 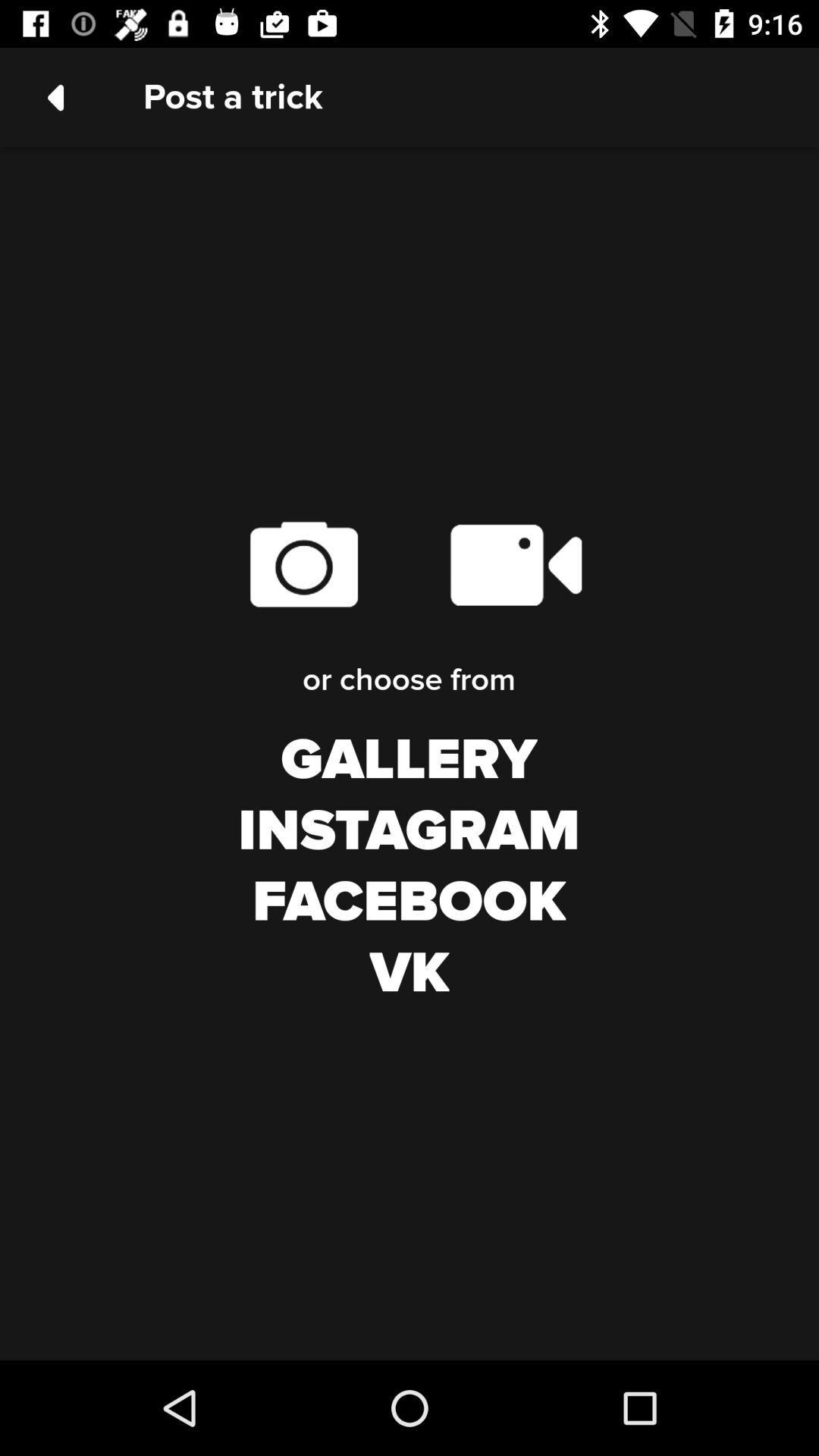 I want to click on icon above vk icon, so click(x=408, y=902).